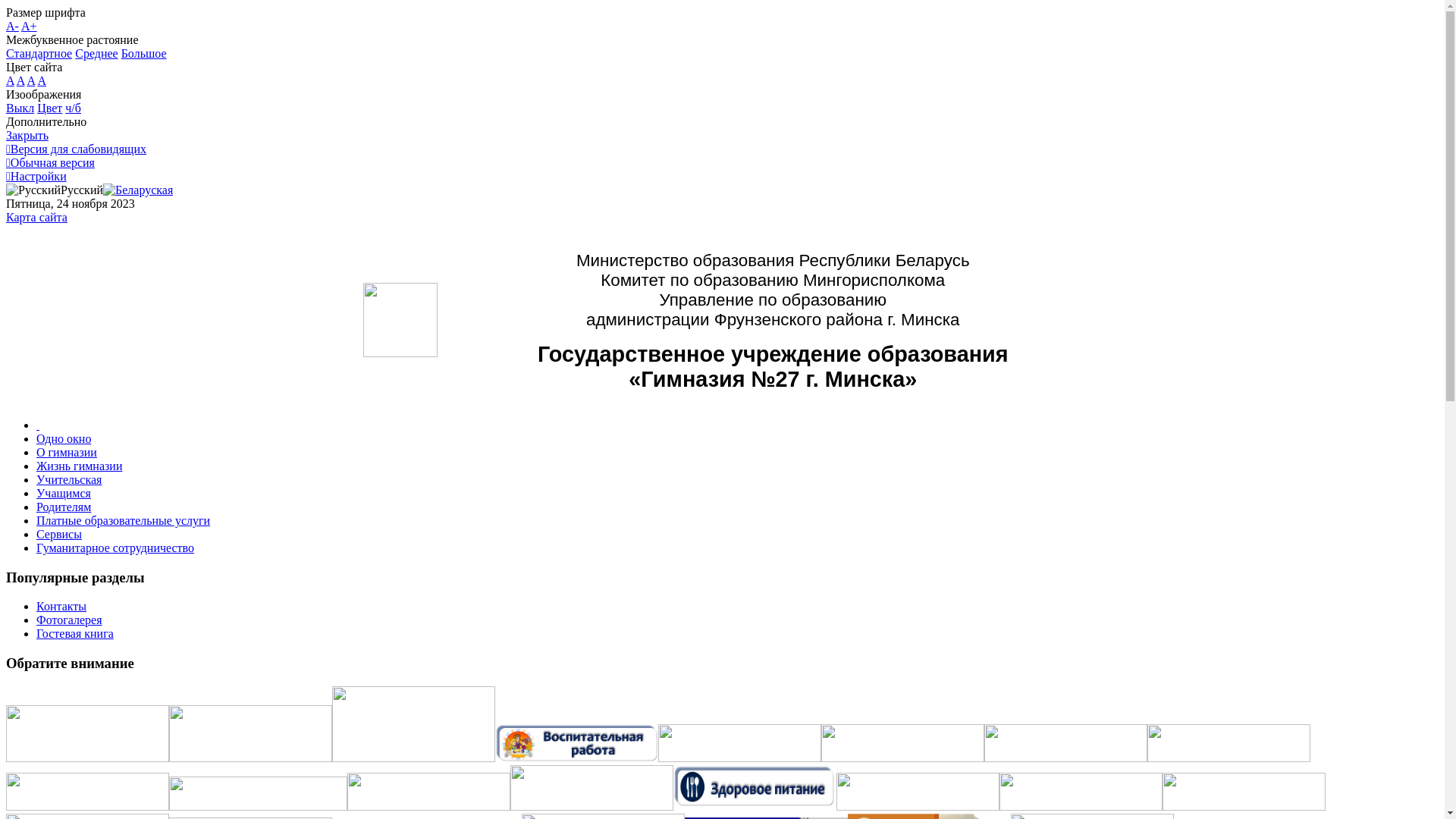  What do you see at coordinates (10, 80) in the screenshot?
I see `'A'` at bounding box center [10, 80].